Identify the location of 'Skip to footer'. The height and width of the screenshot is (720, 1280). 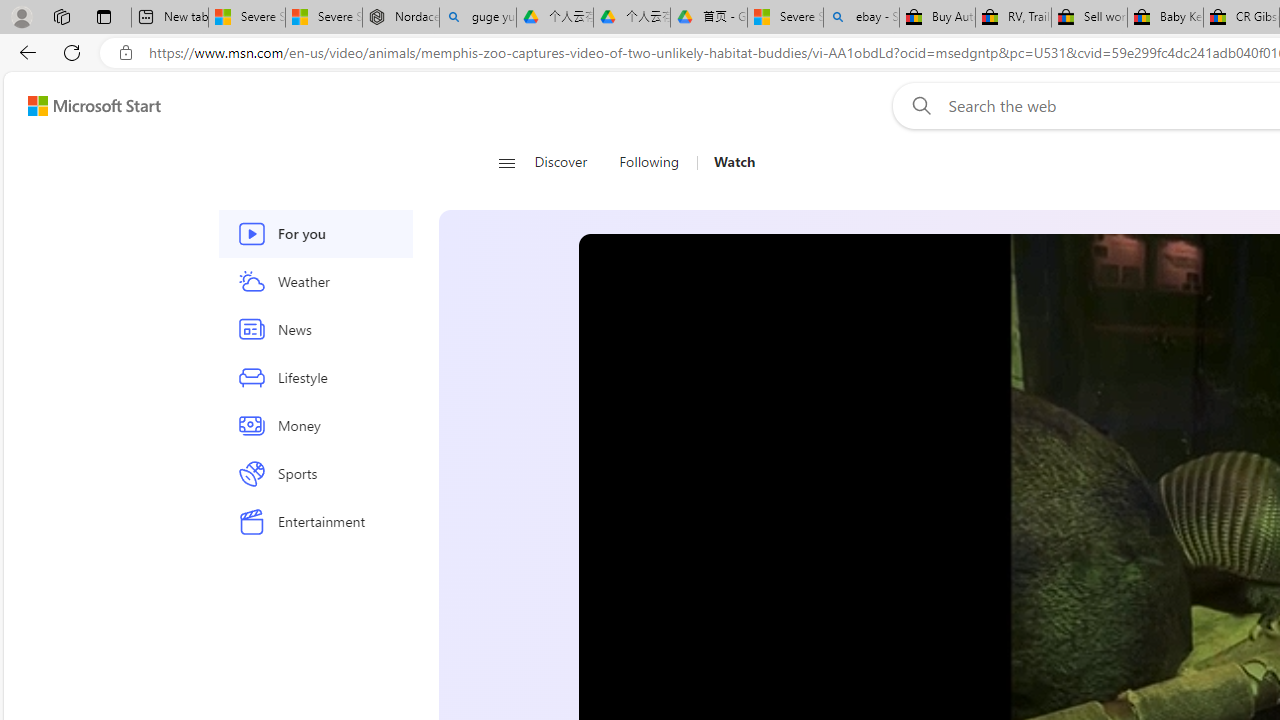
(81, 105).